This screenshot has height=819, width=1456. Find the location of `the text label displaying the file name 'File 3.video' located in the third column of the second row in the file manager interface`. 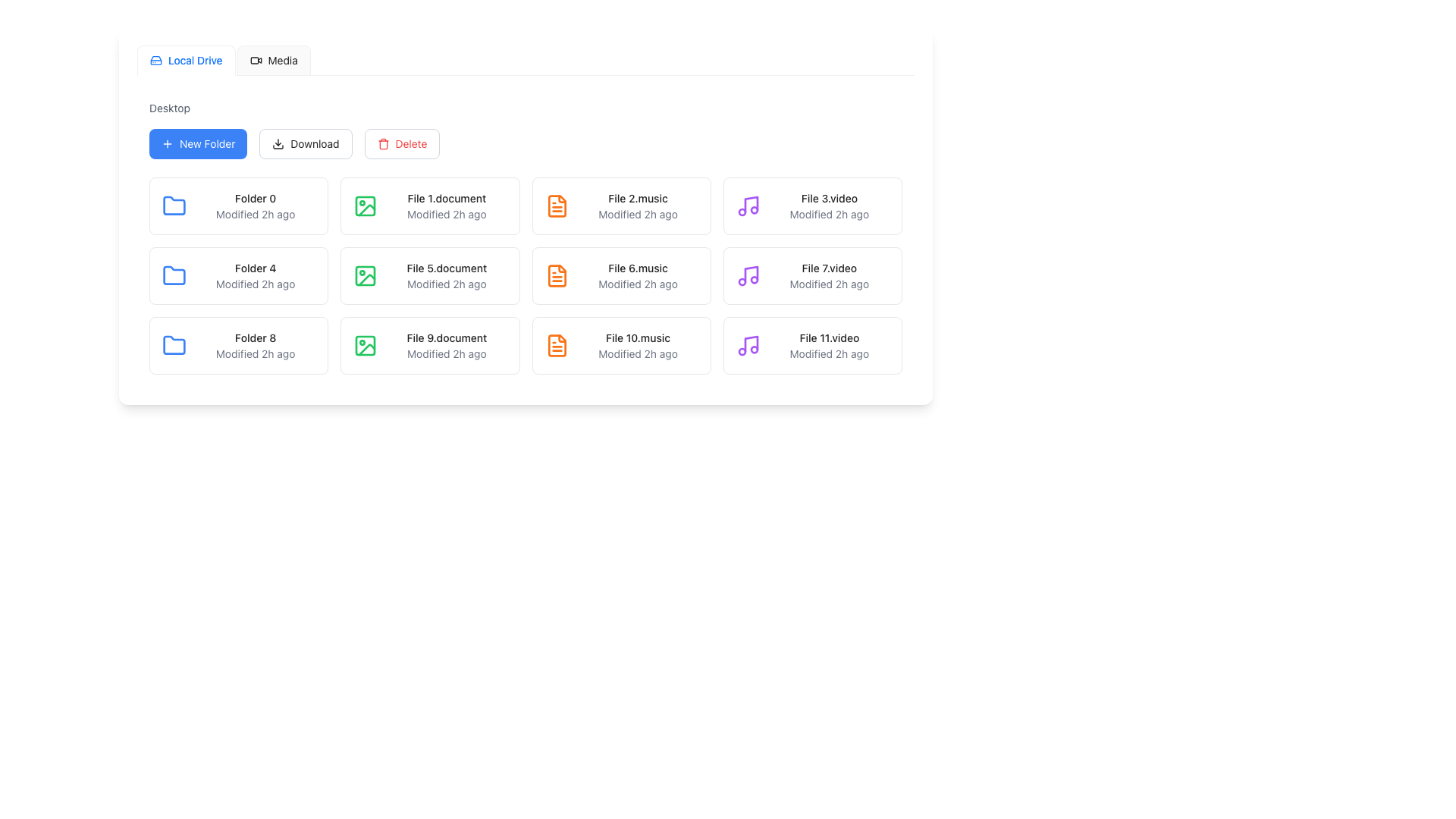

the text label displaying the file name 'File 3.video' located in the third column of the second row in the file manager interface is located at coordinates (828, 198).